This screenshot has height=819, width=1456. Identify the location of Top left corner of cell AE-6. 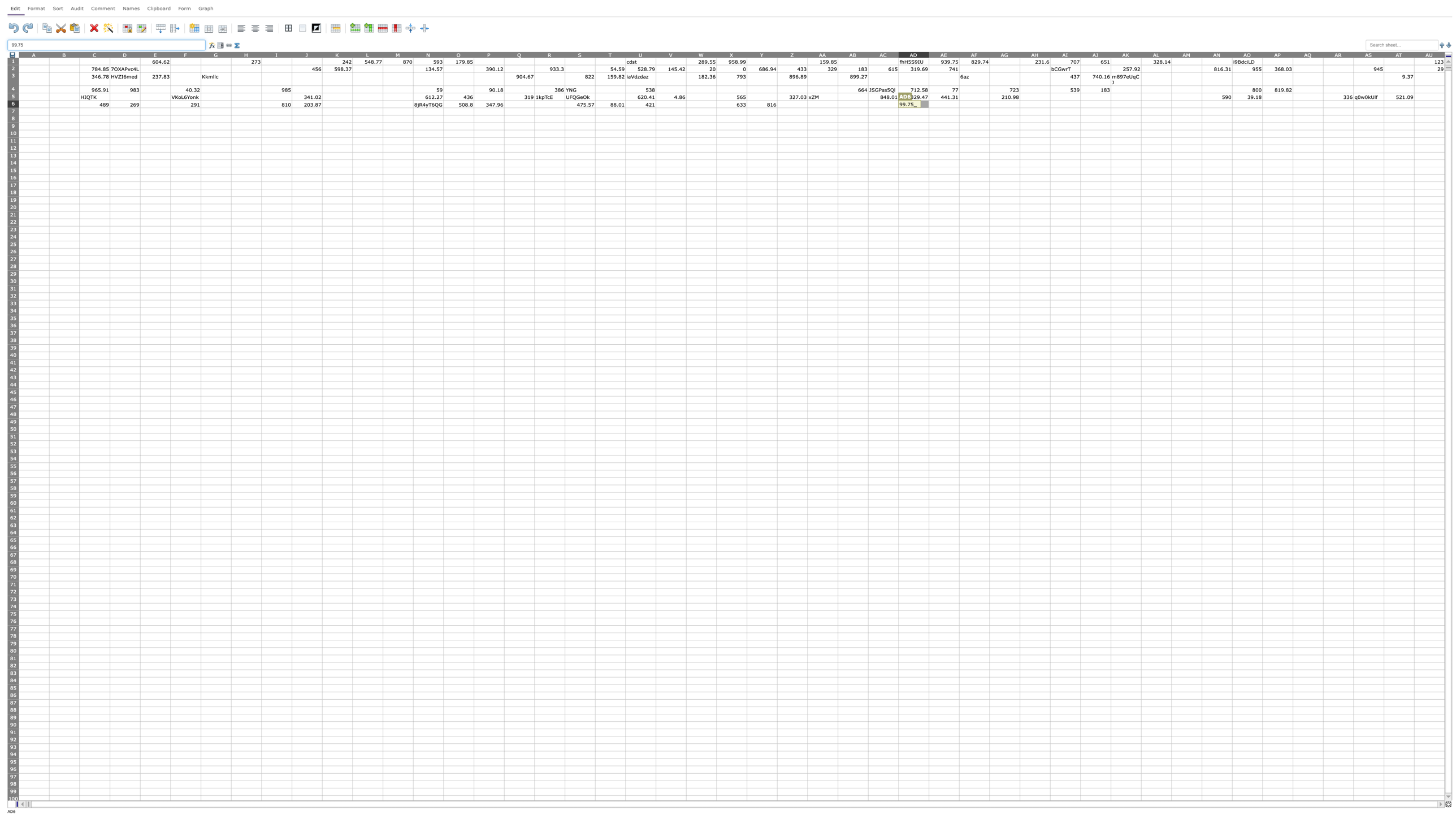
(929, 100).